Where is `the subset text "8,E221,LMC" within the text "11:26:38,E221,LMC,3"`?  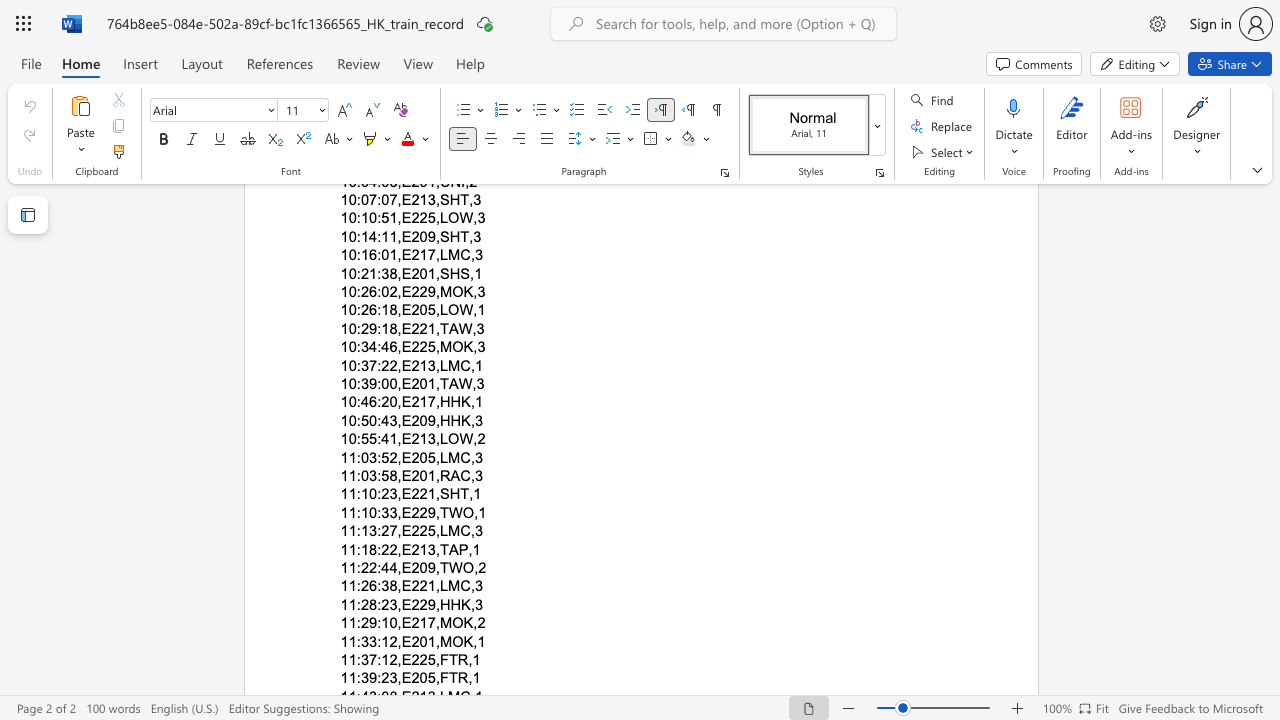 the subset text "8,E221,LMC" within the text "11:26:38,E221,LMC,3" is located at coordinates (389, 585).